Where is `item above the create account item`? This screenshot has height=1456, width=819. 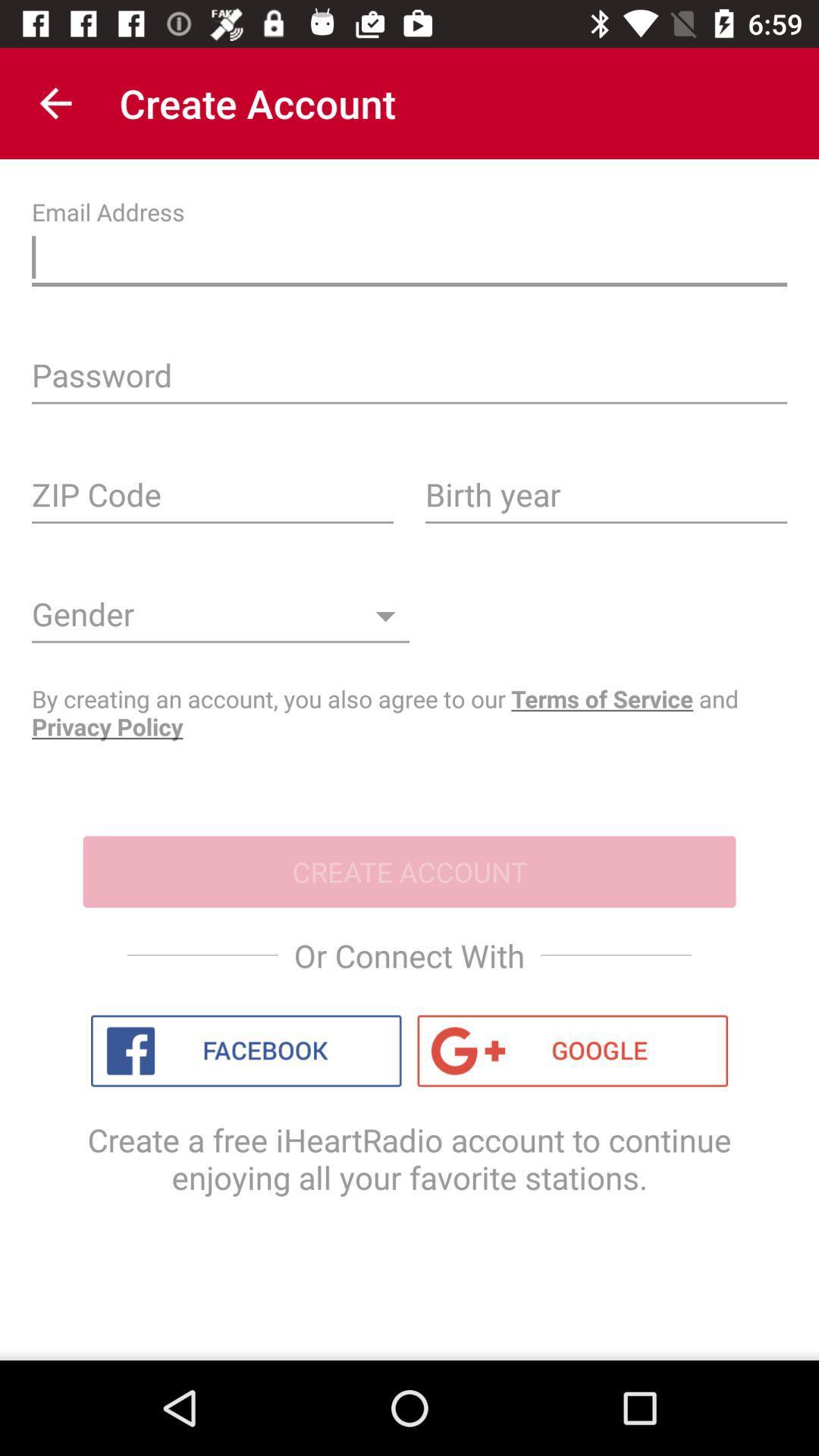
item above the create account item is located at coordinates (409, 711).